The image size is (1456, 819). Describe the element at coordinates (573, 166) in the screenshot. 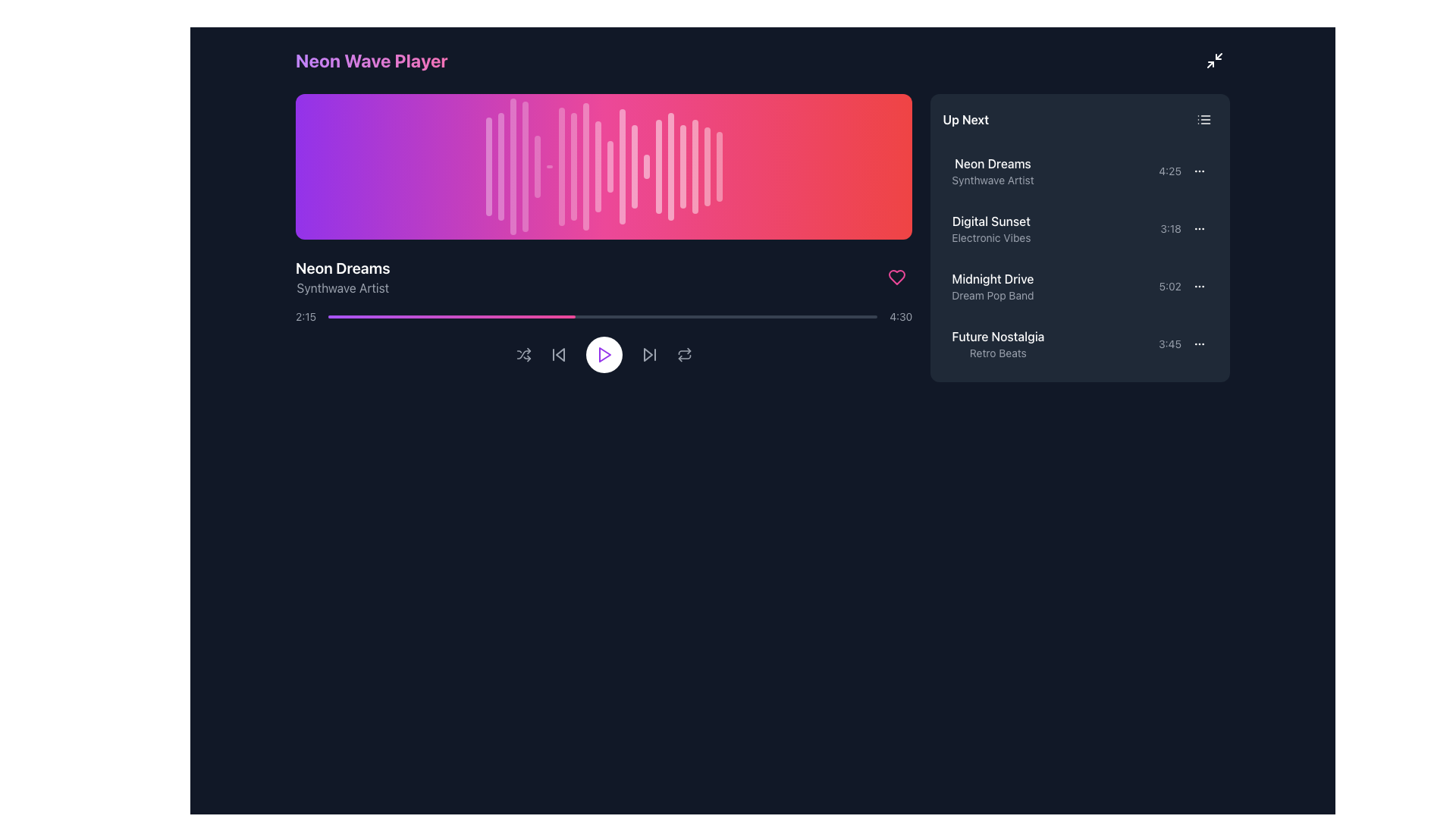

I see `the eighth vertical bar in the audio waveform visualization, which is part of a dynamic audio playback indicator, located within a purple-to-pink gradient background` at that location.